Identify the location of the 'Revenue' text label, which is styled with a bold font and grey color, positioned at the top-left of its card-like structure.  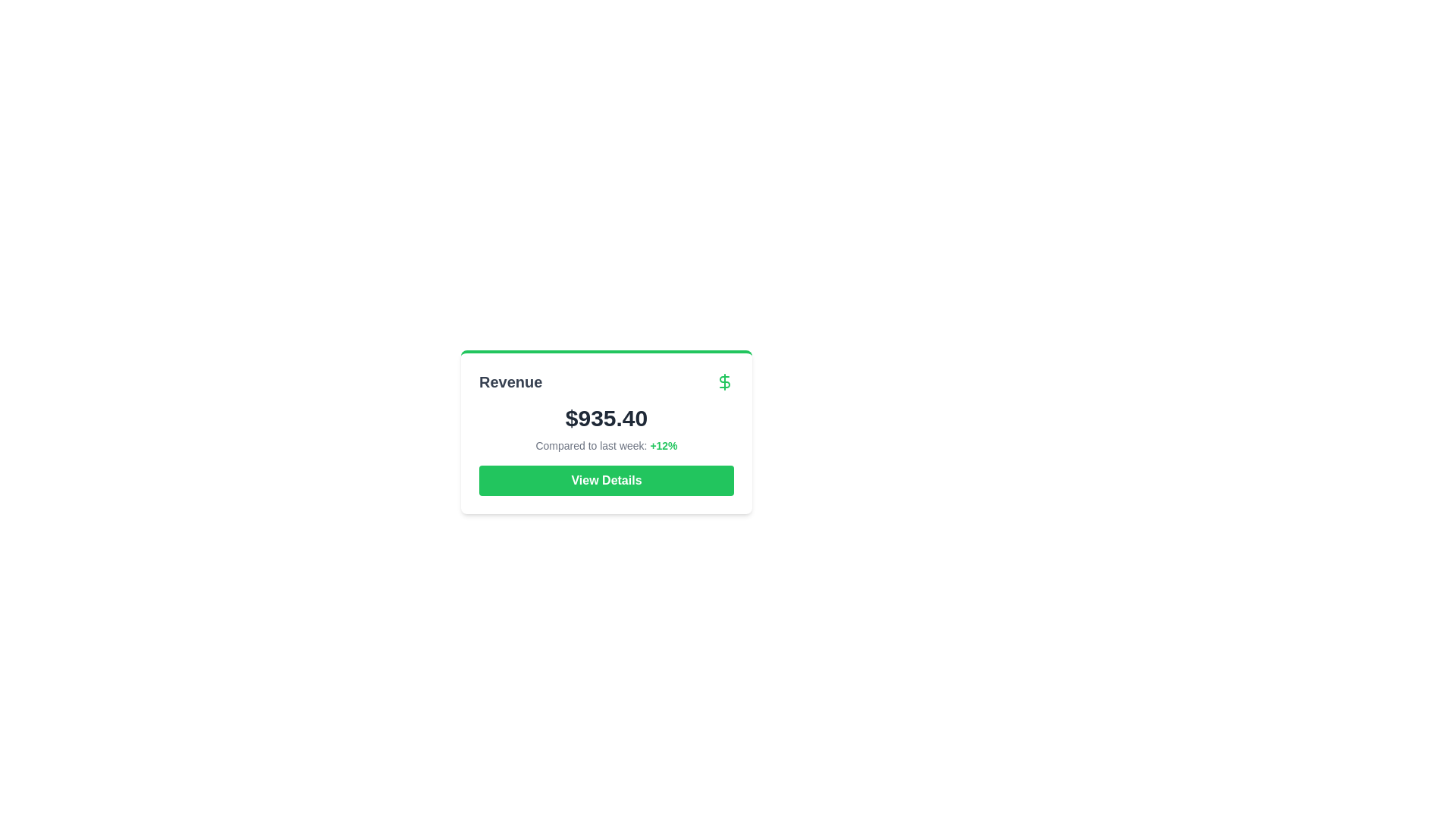
(510, 381).